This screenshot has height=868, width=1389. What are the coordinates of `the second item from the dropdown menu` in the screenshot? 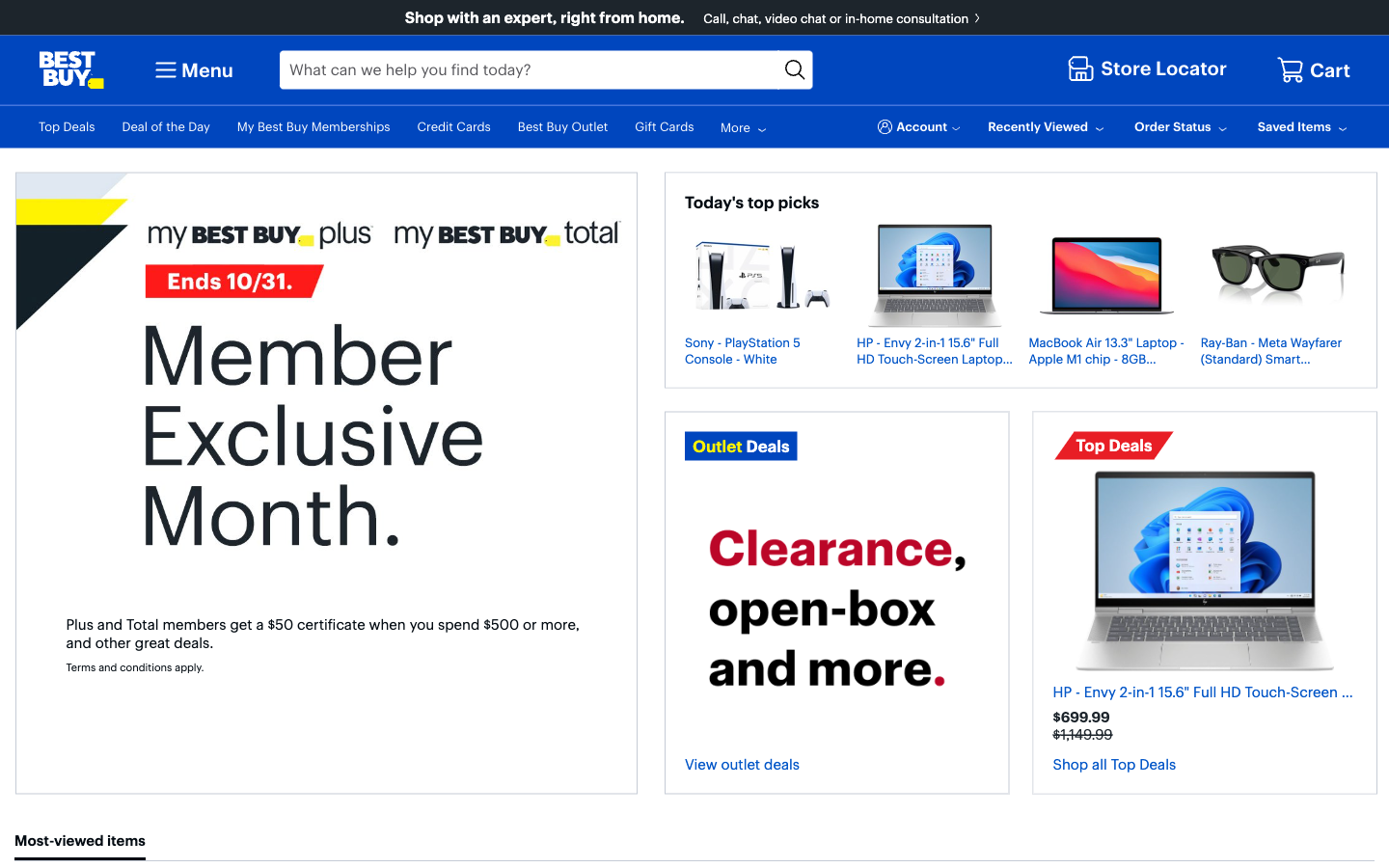 It's located at (192, 68).